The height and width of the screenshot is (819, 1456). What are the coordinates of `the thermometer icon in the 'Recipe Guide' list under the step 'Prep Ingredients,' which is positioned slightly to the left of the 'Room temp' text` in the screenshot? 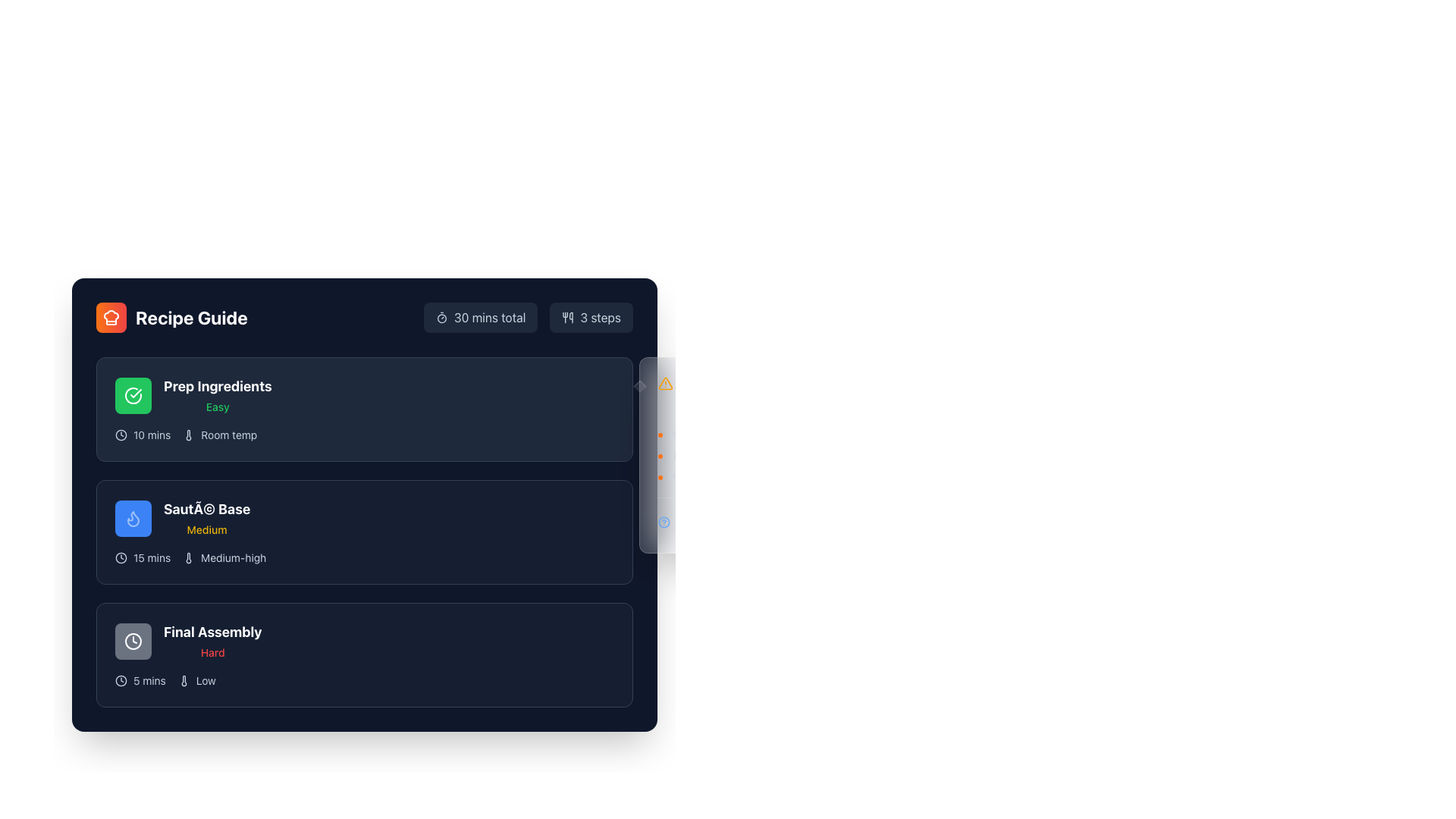 It's located at (188, 435).